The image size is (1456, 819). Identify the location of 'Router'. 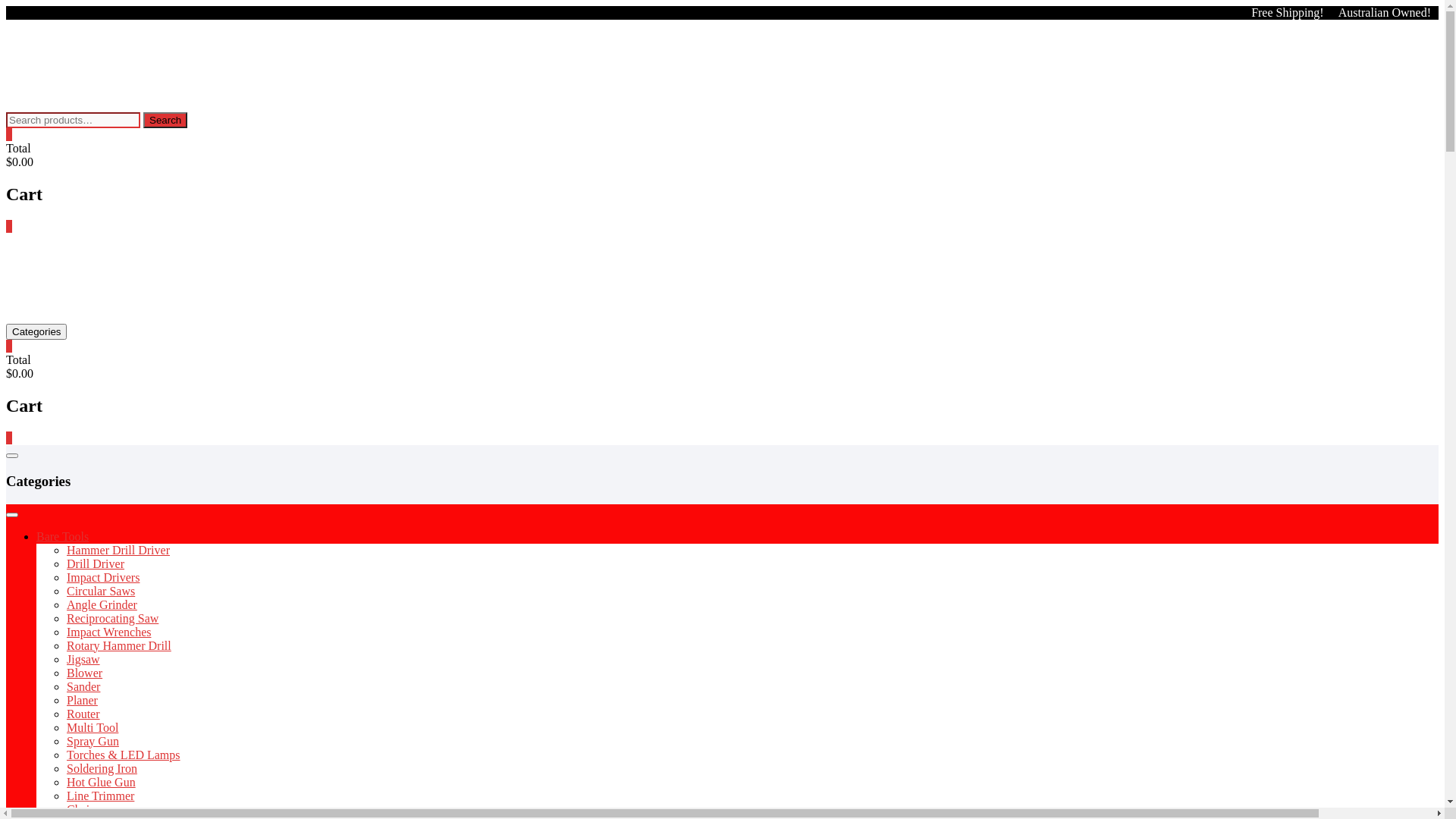
(65, 714).